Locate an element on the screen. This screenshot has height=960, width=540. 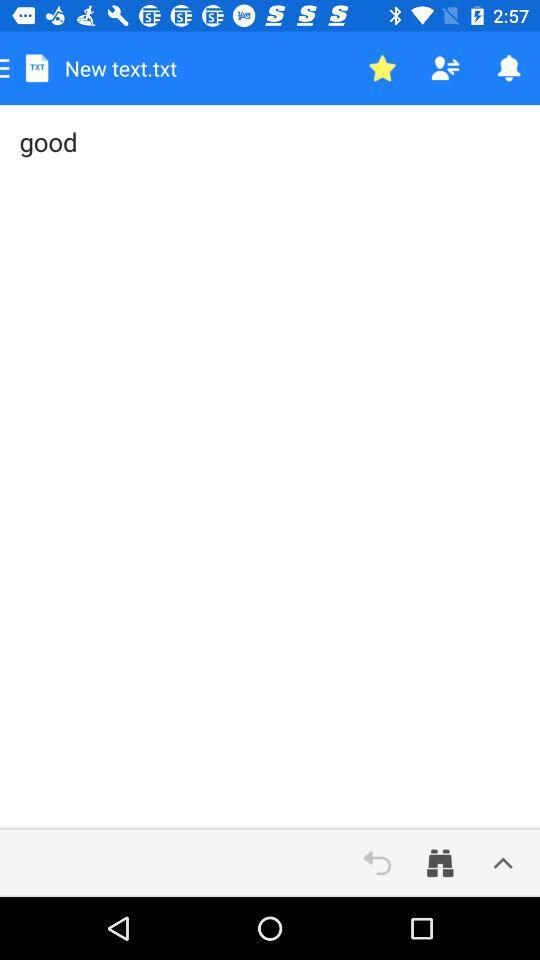
the icon above the good is located at coordinates (445, 68).